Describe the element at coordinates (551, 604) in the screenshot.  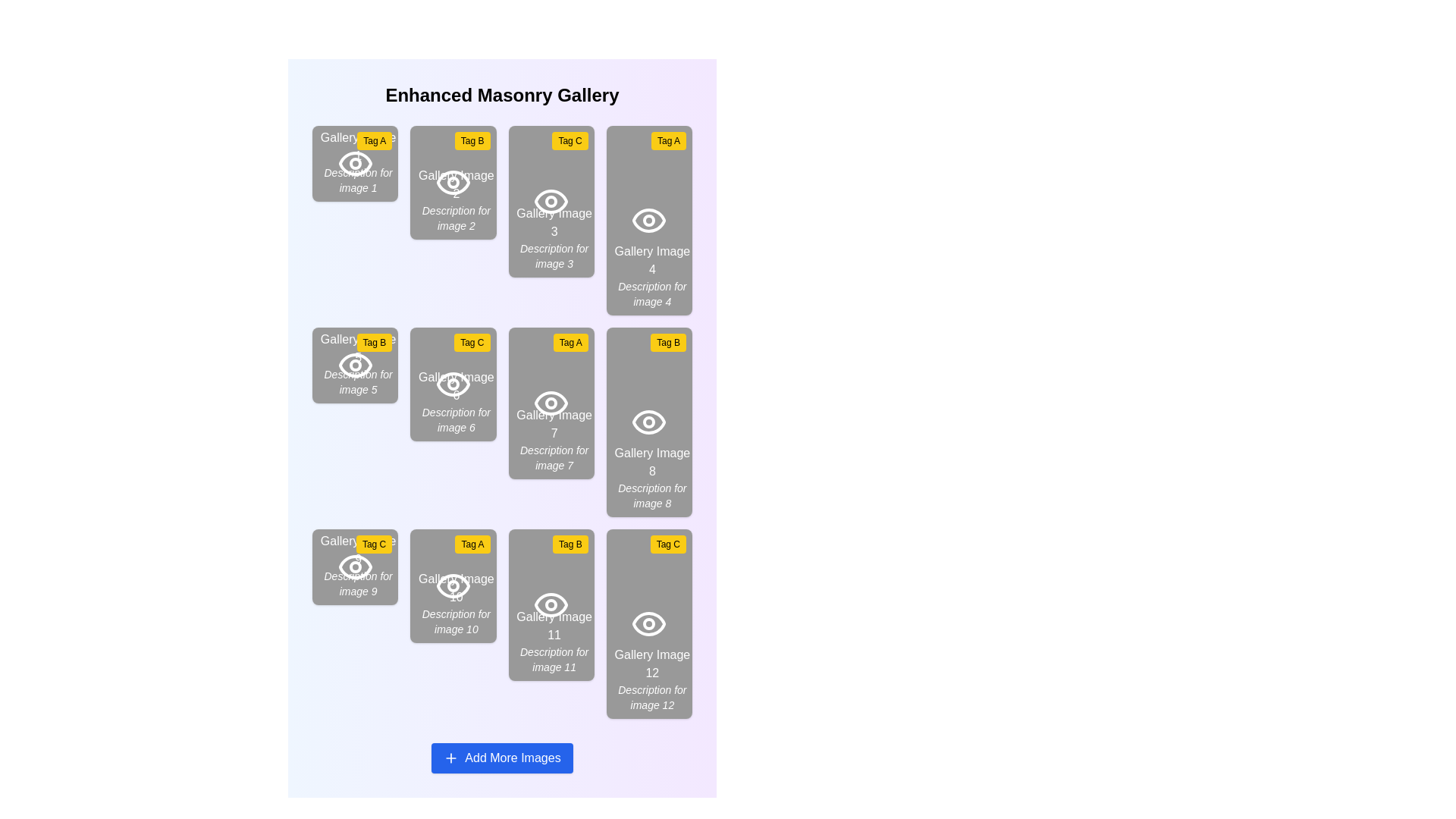
I see `the inner circle of the eye icon associated with the 'Gallery Image 11' tile, which is visually represented as a small dot or circle within the SVG element` at that location.